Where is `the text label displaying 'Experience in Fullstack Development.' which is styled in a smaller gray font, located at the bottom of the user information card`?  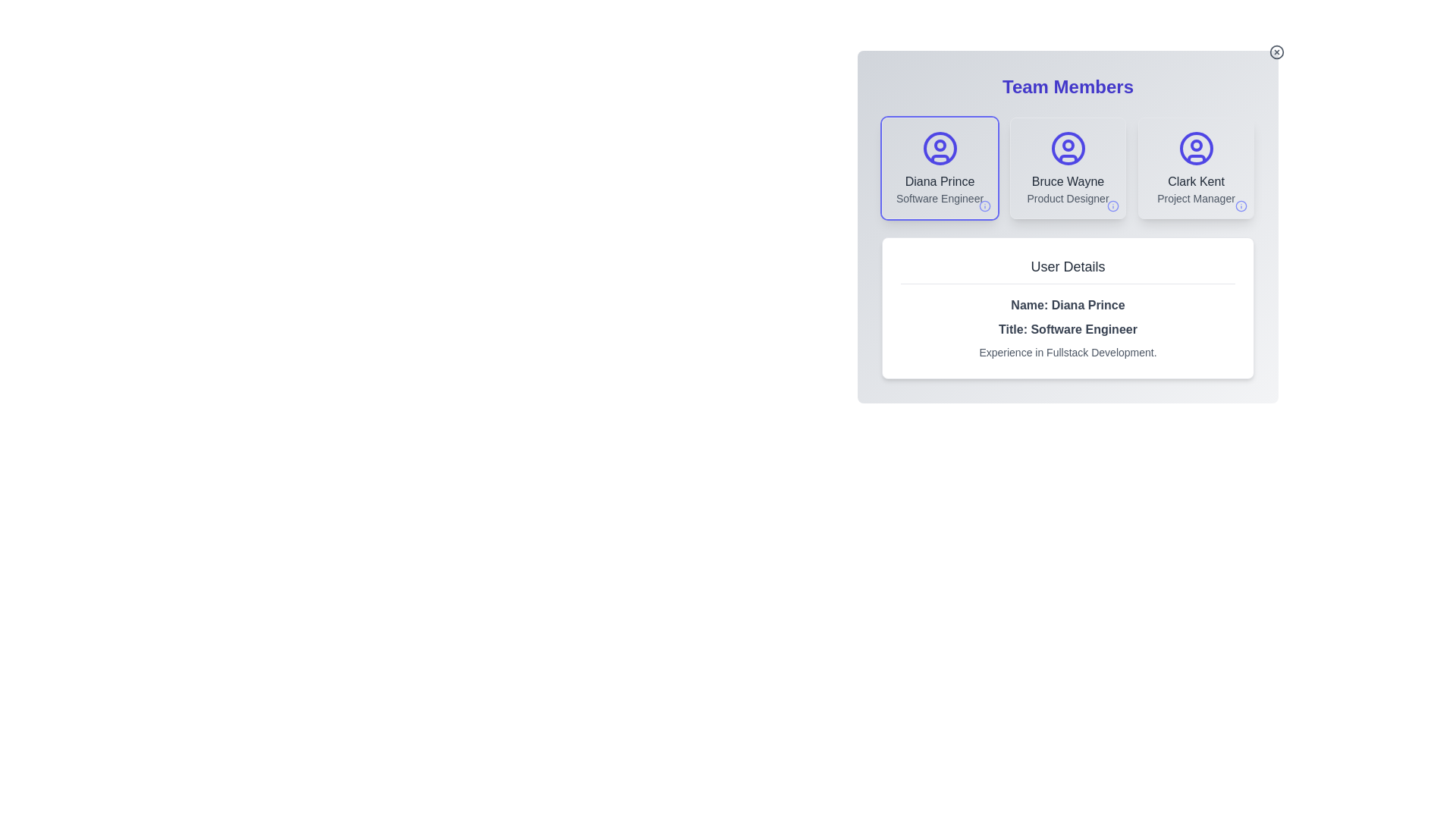 the text label displaying 'Experience in Fullstack Development.' which is styled in a smaller gray font, located at the bottom of the user information card is located at coordinates (1067, 353).